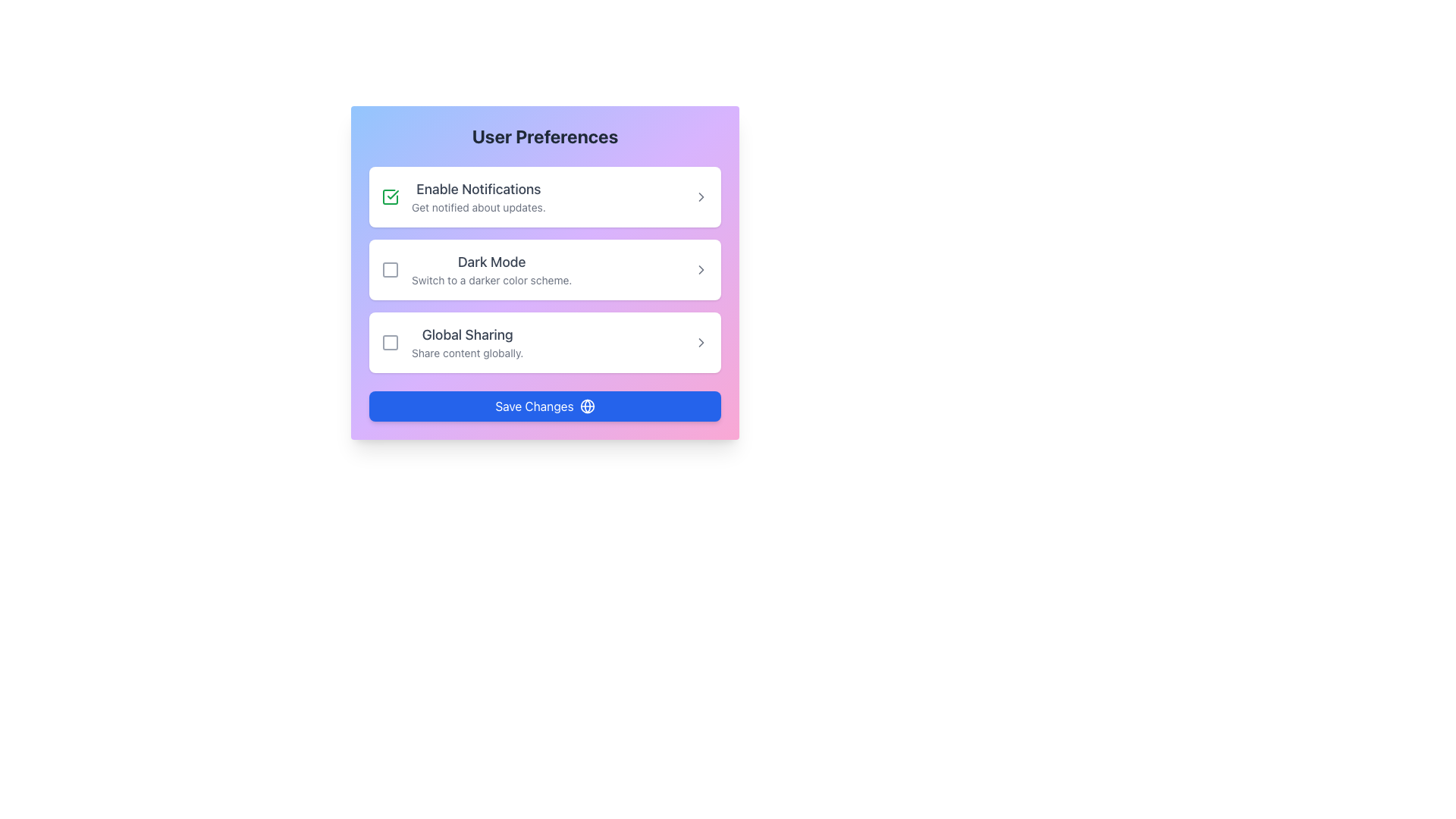  Describe the element at coordinates (466, 334) in the screenshot. I see `the primary label for the 'Global Sharing' feature option located in the 'User Preferences' section, which is centered above the subtitle 'Share content globally'` at that location.